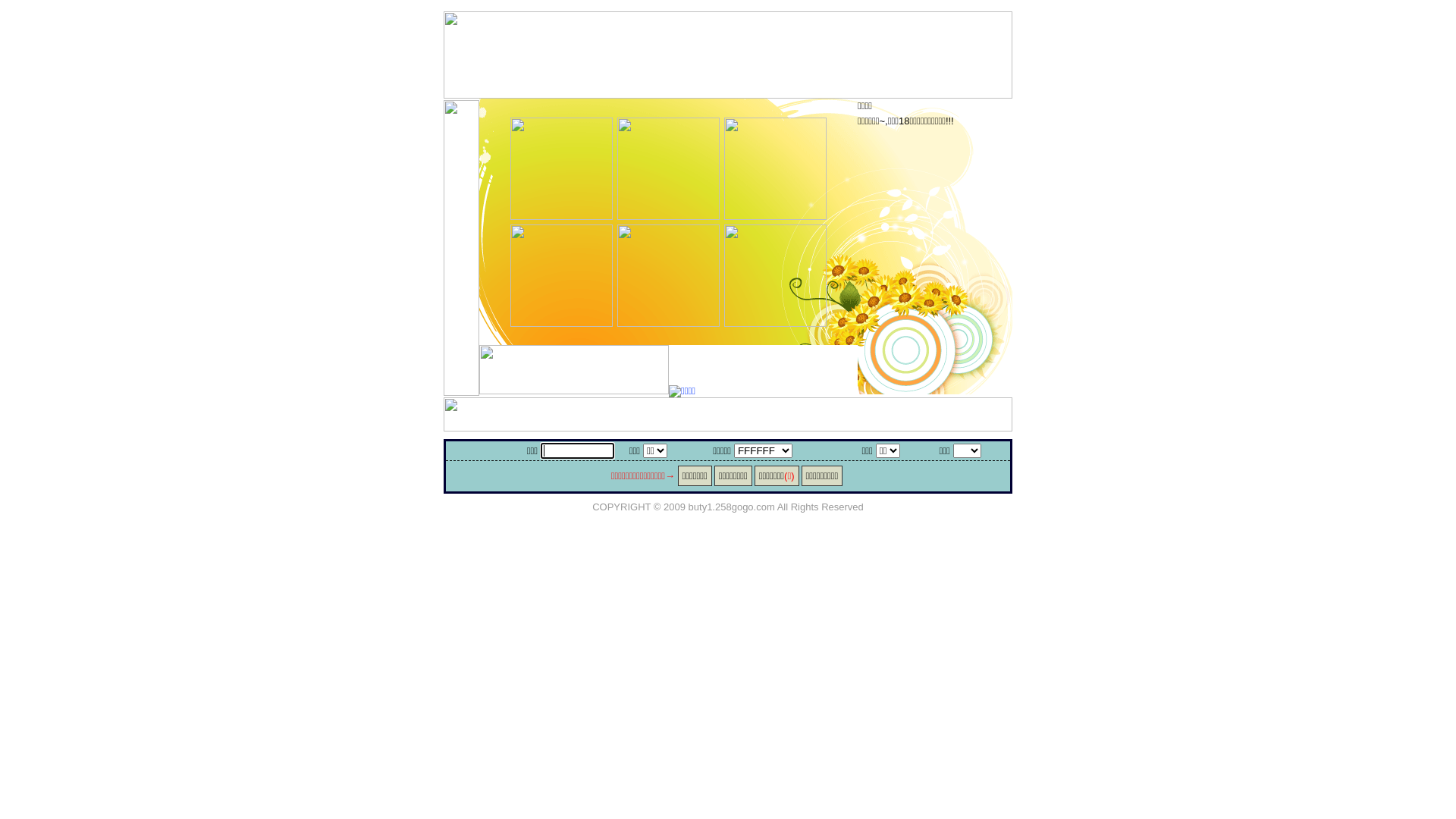  What do you see at coordinates (731, 506) in the screenshot?
I see `'buty1.258gogo.com'` at bounding box center [731, 506].